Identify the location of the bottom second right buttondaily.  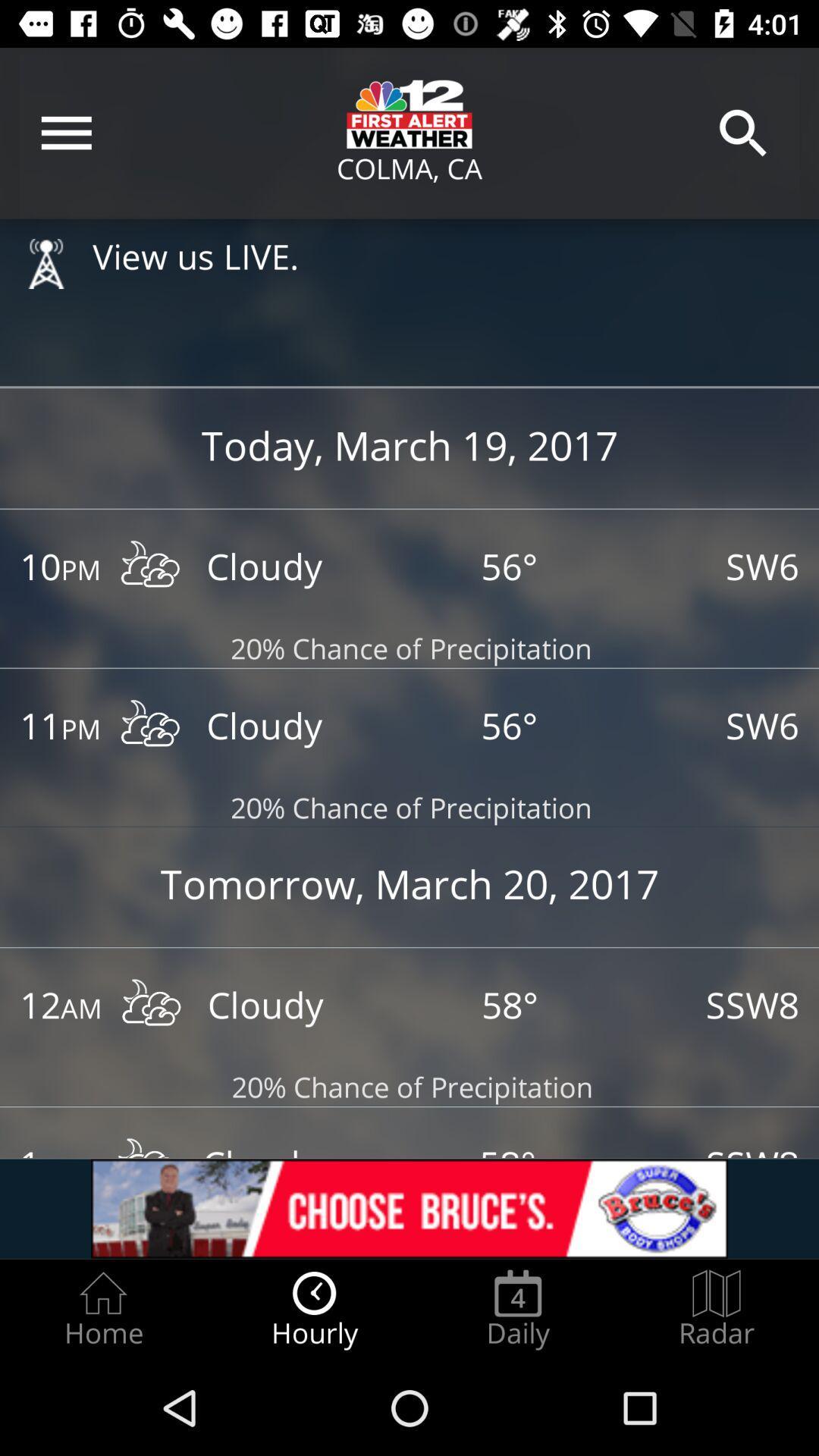
(517, 1309).